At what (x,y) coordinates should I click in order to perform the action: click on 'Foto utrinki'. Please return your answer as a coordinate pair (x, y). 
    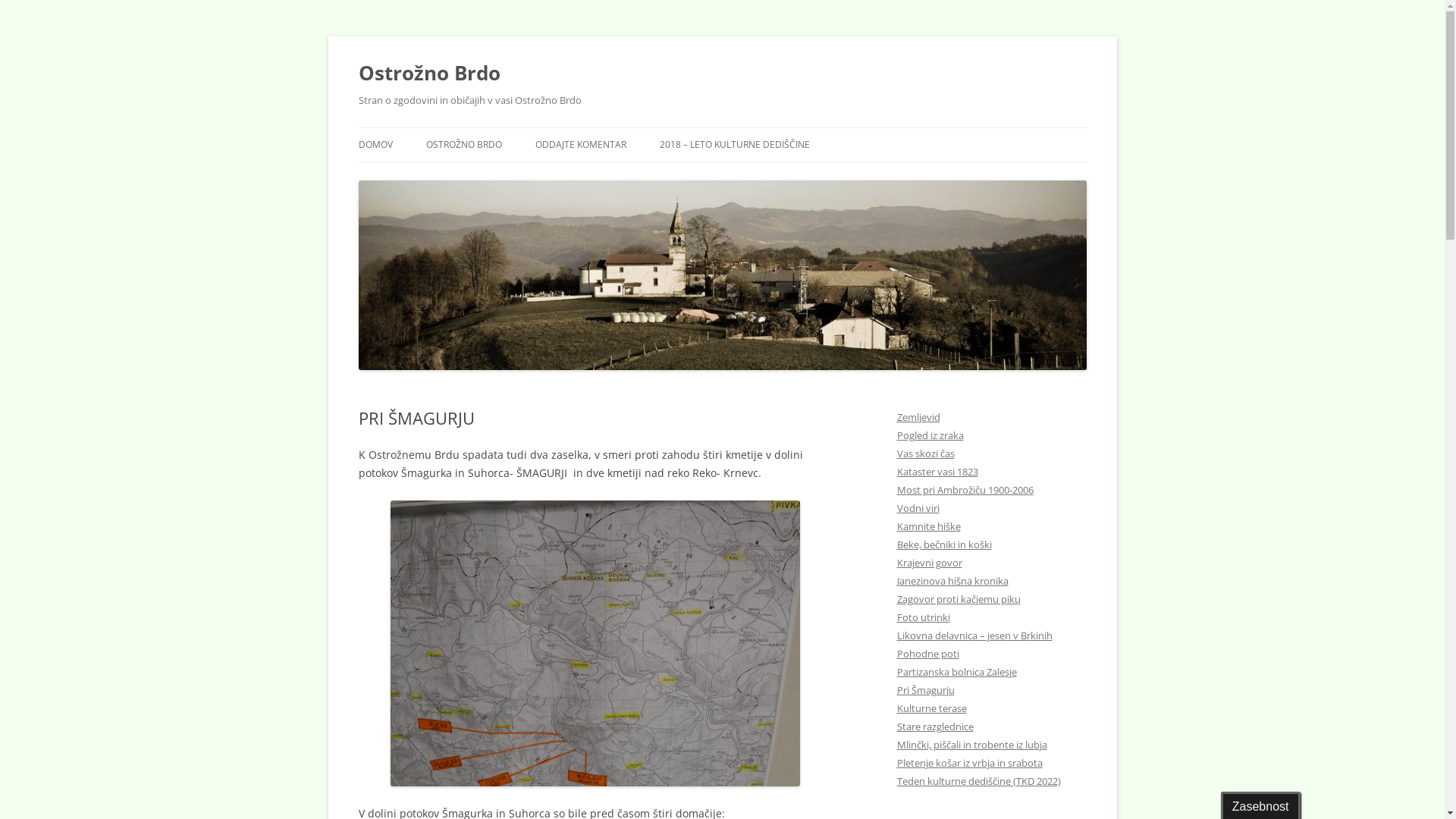
    Looking at the image, I should click on (922, 617).